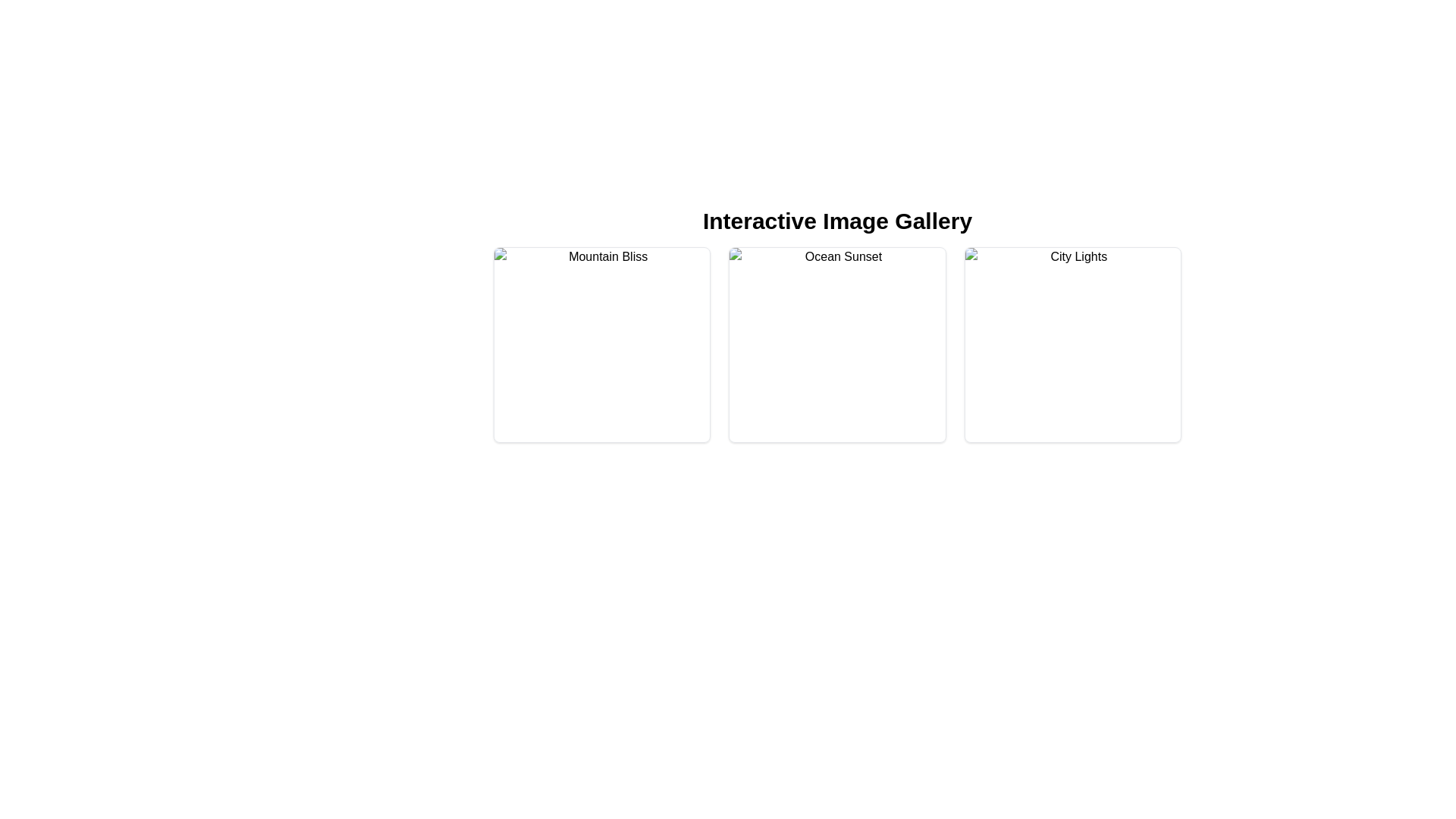 This screenshot has width=1456, height=819. I want to click on the image at the center of the first card, so click(601, 345).